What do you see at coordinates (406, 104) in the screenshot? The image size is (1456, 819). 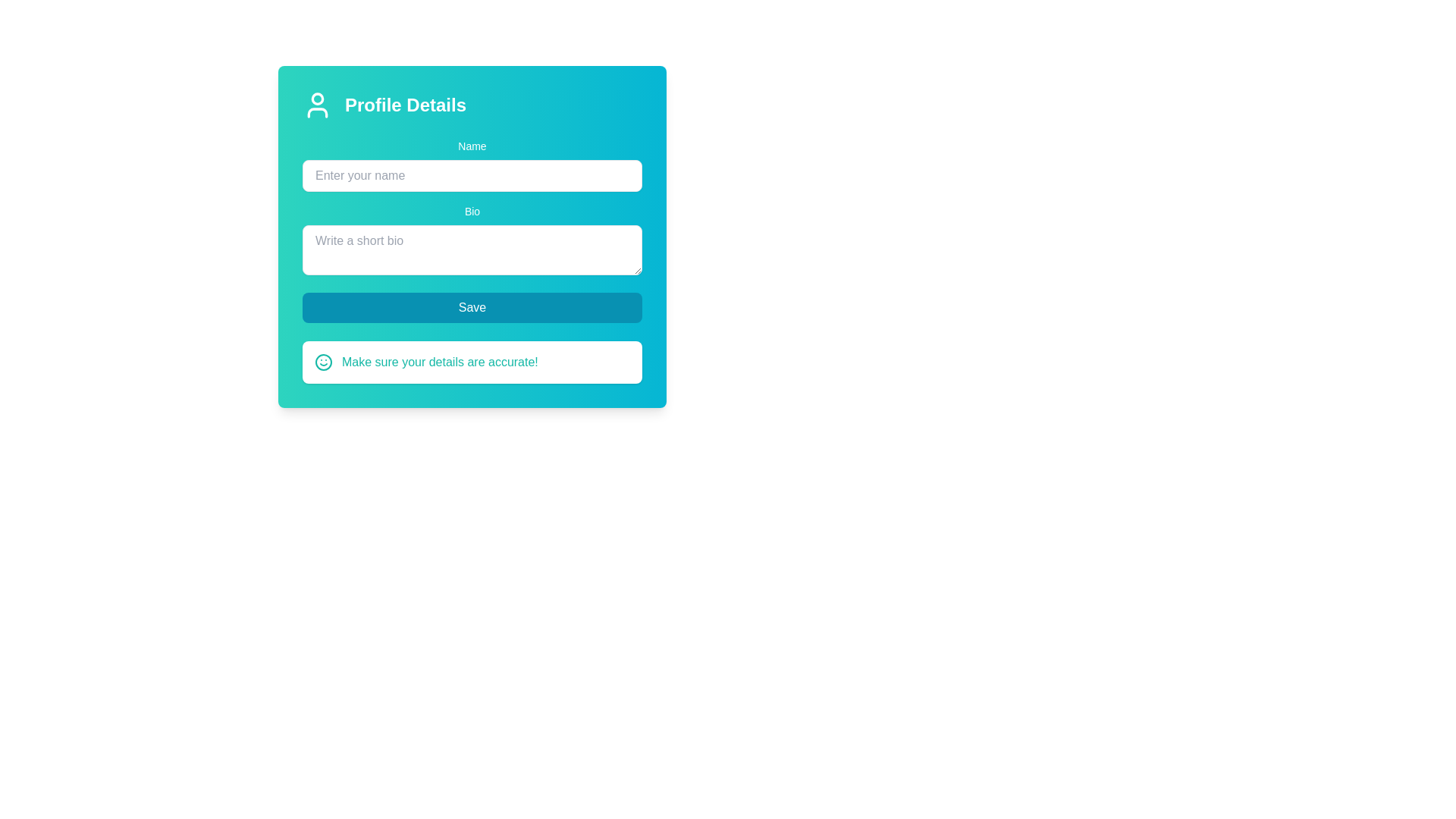 I see `the text label displaying 'Profile Details' which is styled in white and located in the upper section of the interface, to the right of a user silhouette icon` at bounding box center [406, 104].